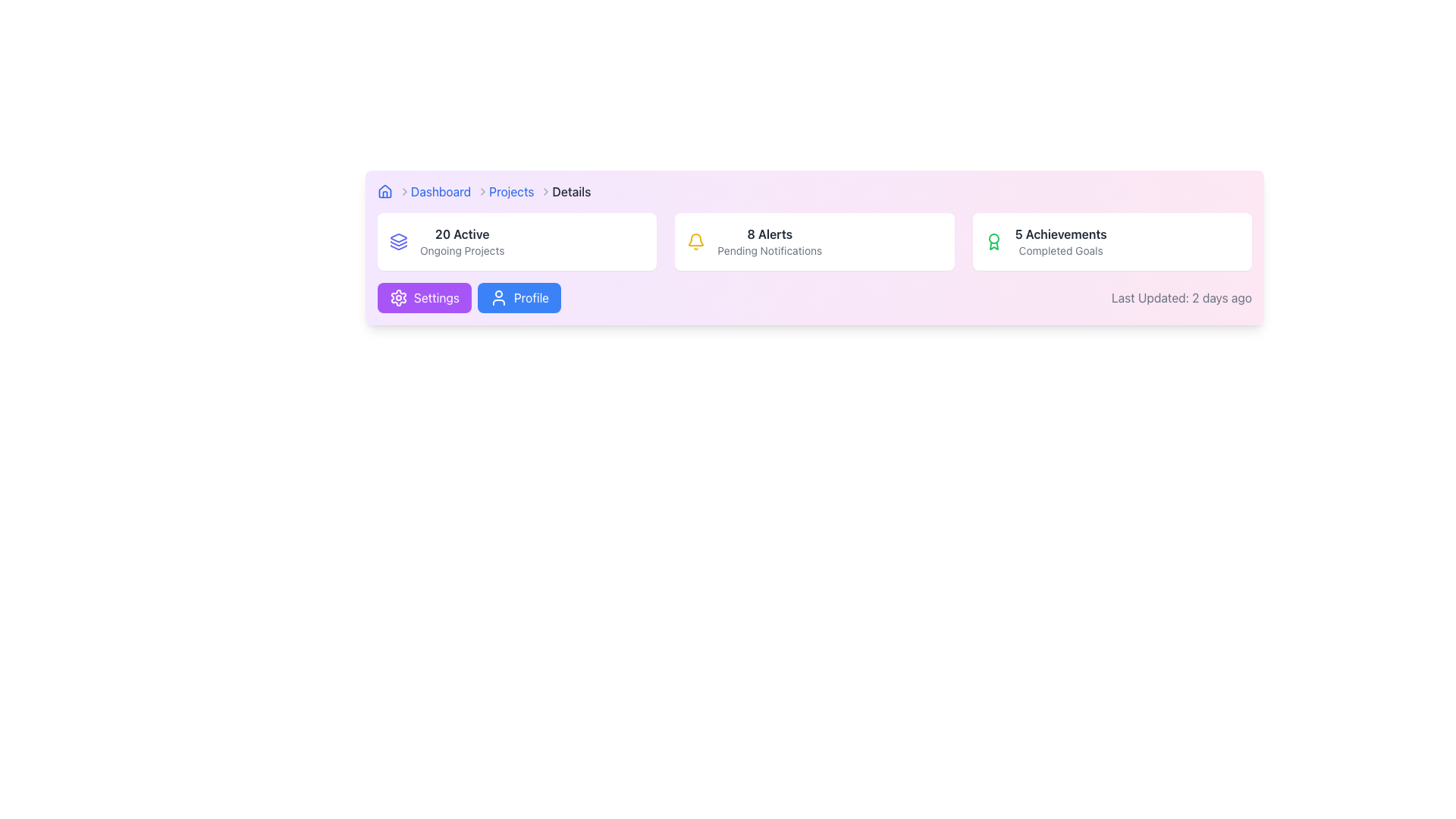 This screenshot has width=1456, height=819. Describe the element at coordinates (993, 241) in the screenshot. I see `the achievements icon located in the top-left section of the rightmost card, adjacent to the text '5 Achievements' and 'Completed Goals'` at that location.